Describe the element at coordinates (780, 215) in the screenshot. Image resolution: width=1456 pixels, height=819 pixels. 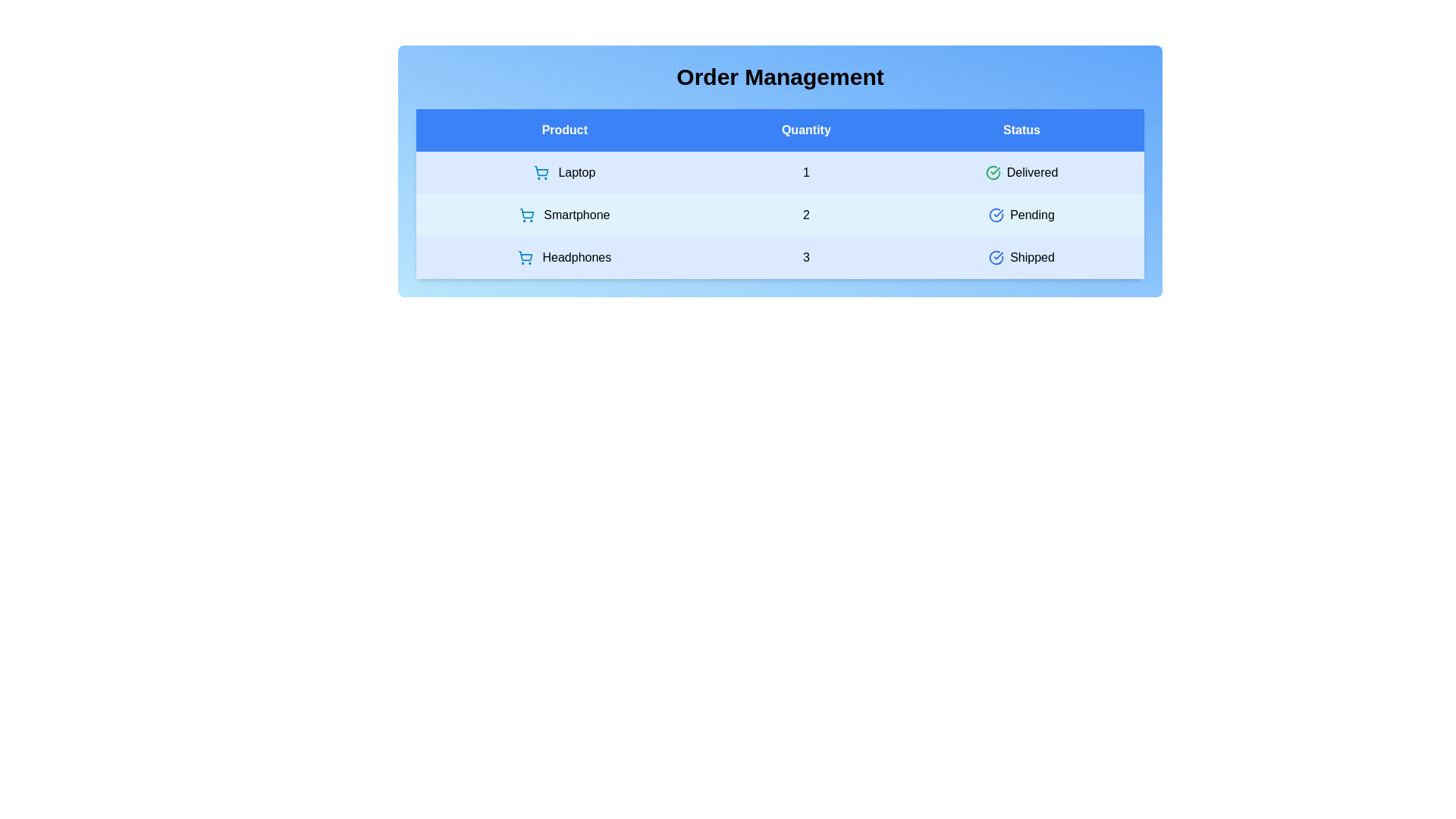
I see `the row corresponding to Smartphone to highlight it` at that location.